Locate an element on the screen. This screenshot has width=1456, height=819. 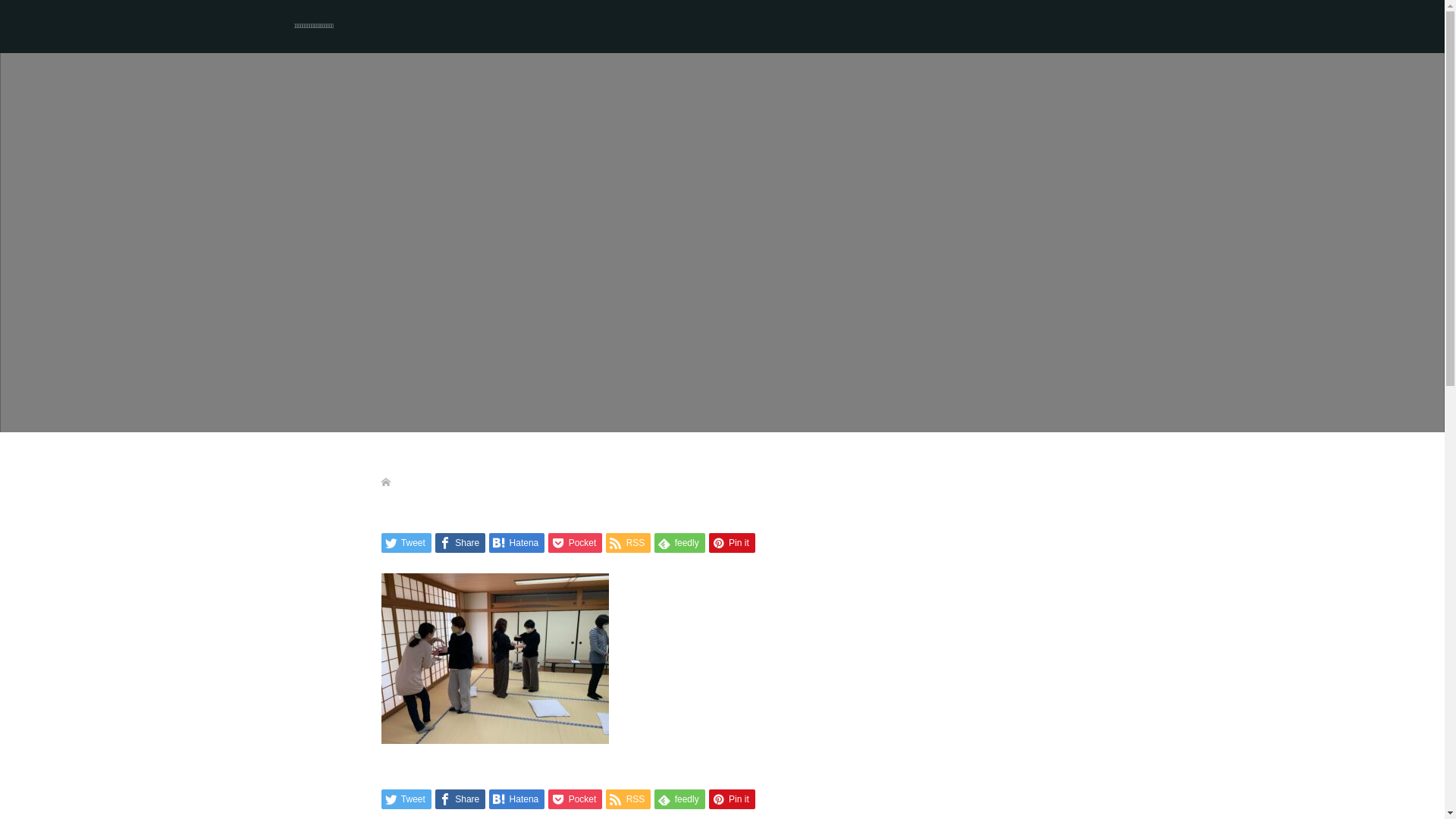
'Pin it' is located at coordinates (708, 542).